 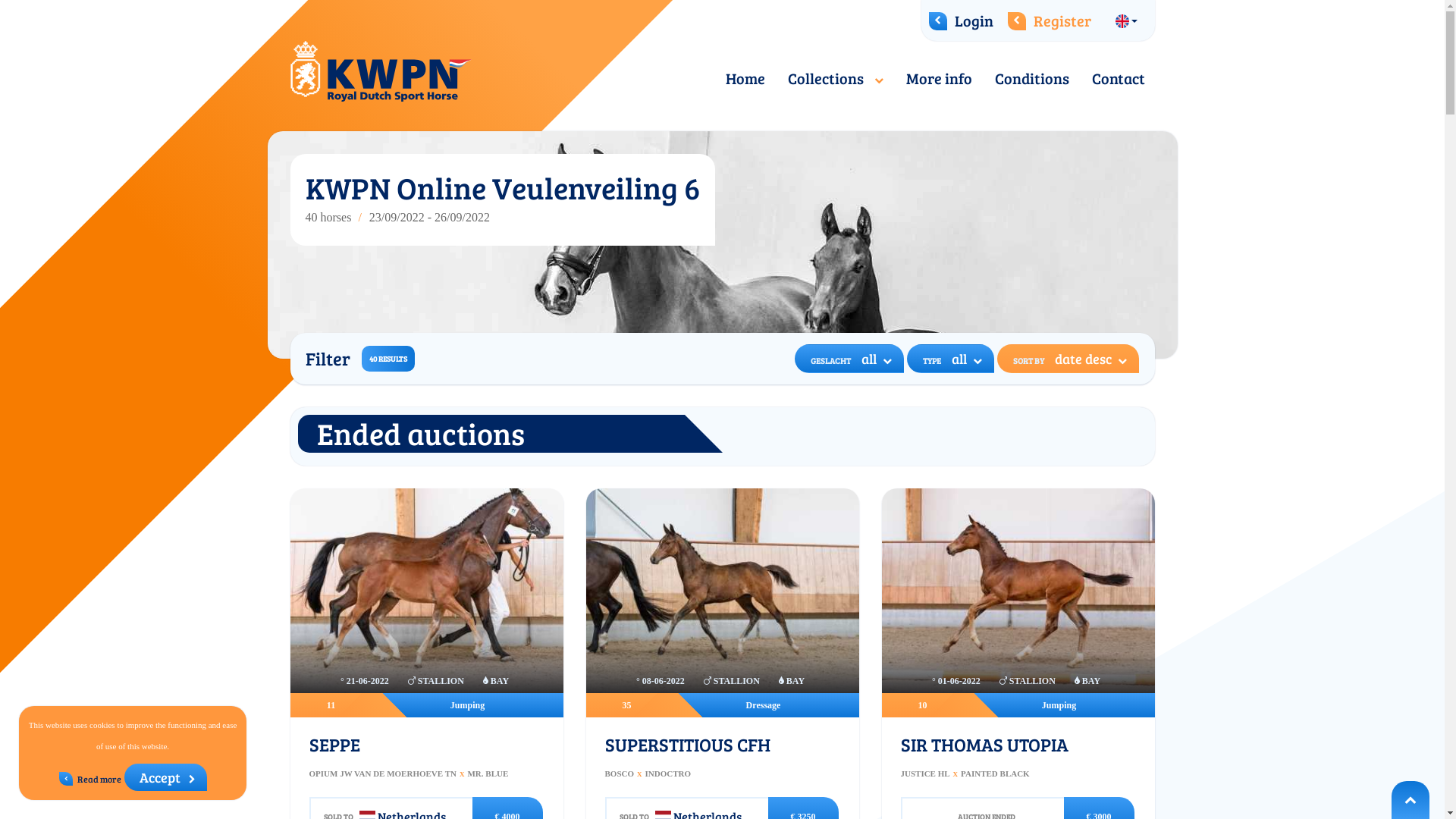 What do you see at coordinates (1080, 78) in the screenshot?
I see `'Contact'` at bounding box center [1080, 78].